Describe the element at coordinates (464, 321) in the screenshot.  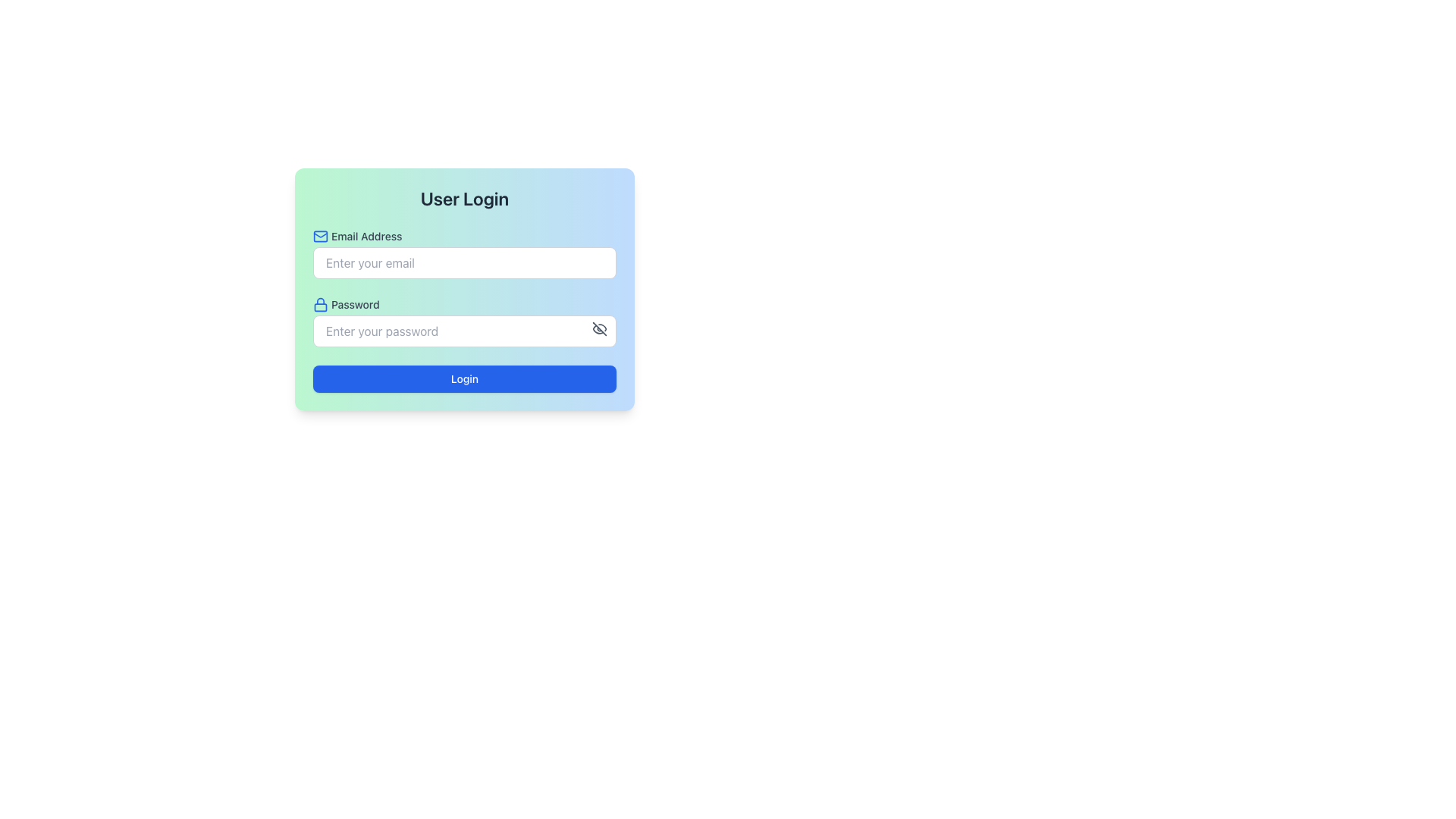
I see `the Password Input Field, which is labeled 'Password' and features a lock icon, to select the entered text` at that location.